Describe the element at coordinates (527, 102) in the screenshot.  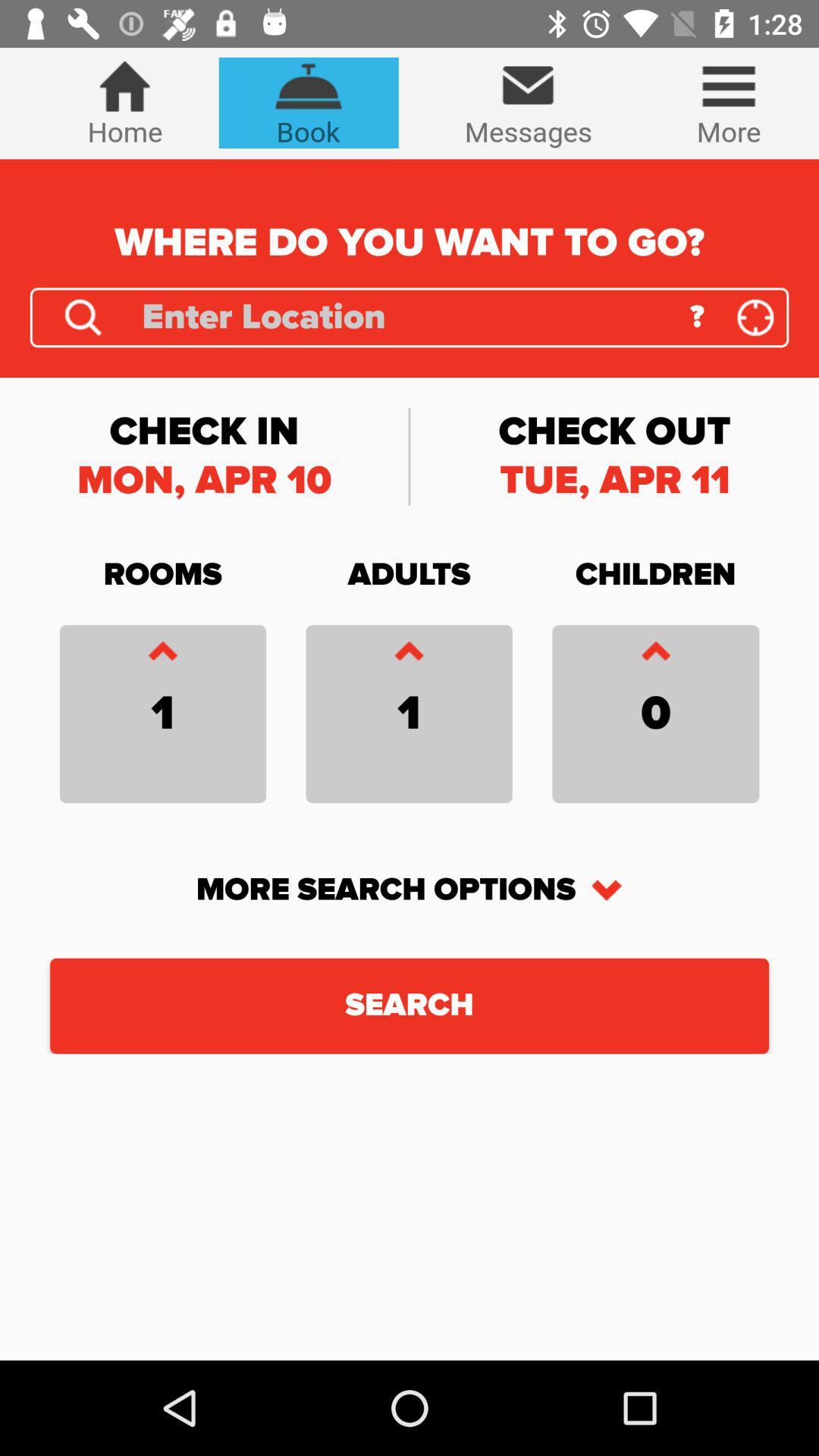
I see `the icon next to the more icon` at that location.